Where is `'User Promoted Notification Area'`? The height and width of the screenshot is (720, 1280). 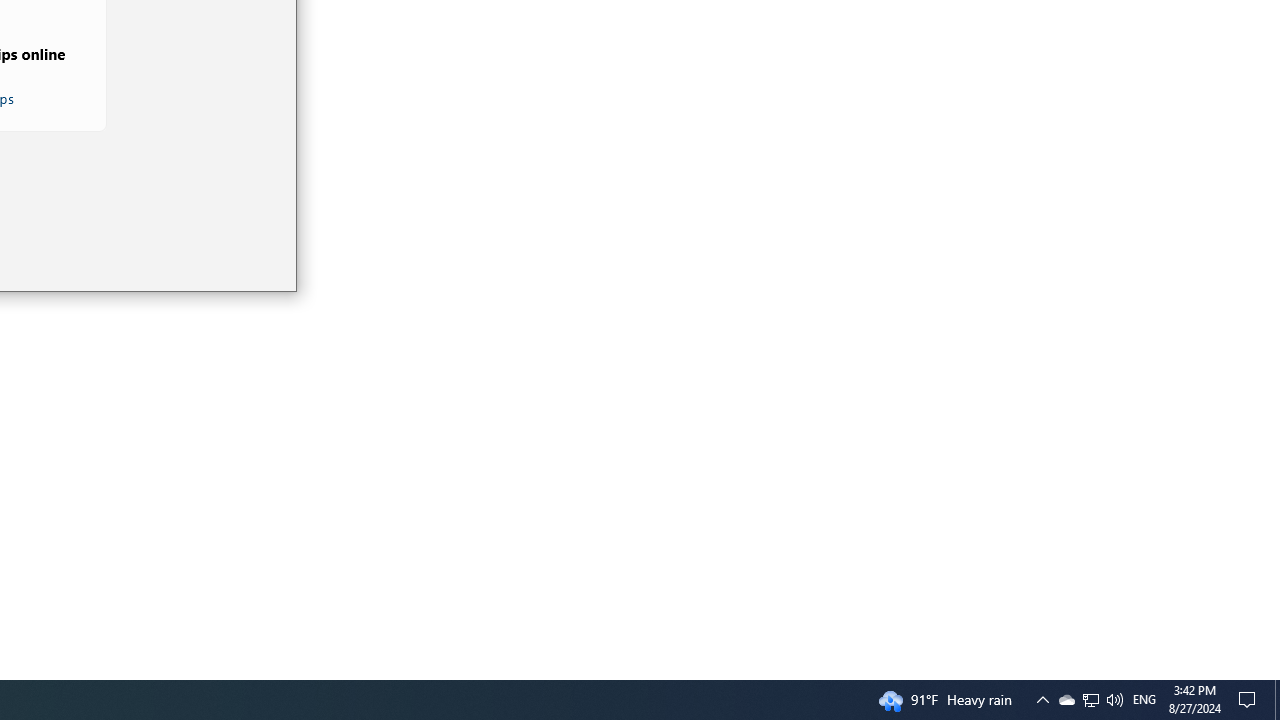 'User Promoted Notification Area' is located at coordinates (1041, 698).